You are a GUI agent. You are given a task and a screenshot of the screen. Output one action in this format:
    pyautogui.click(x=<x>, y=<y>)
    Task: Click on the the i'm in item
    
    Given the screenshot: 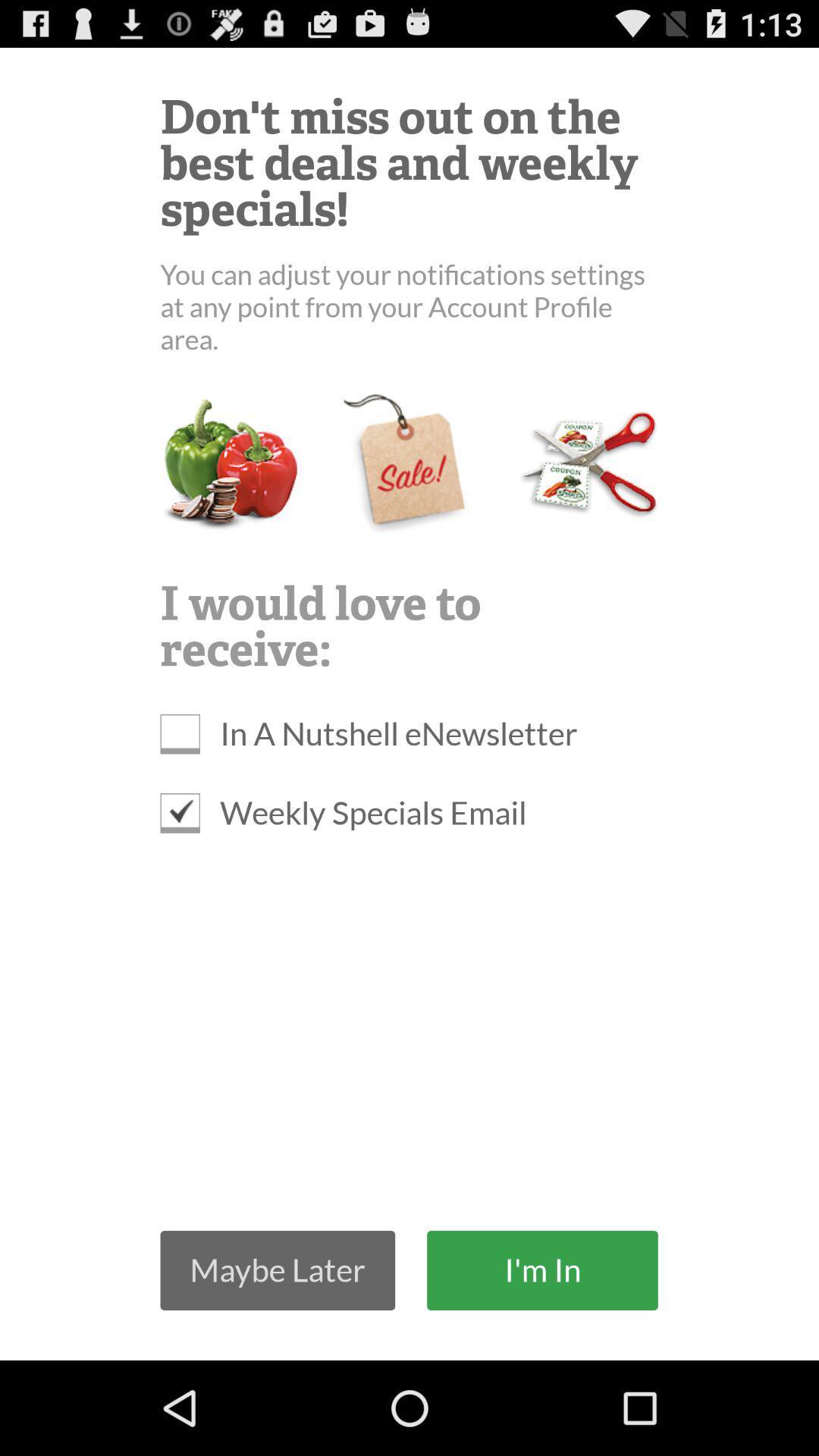 What is the action you would take?
    pyautogui.click(x=541, y=1270)
    